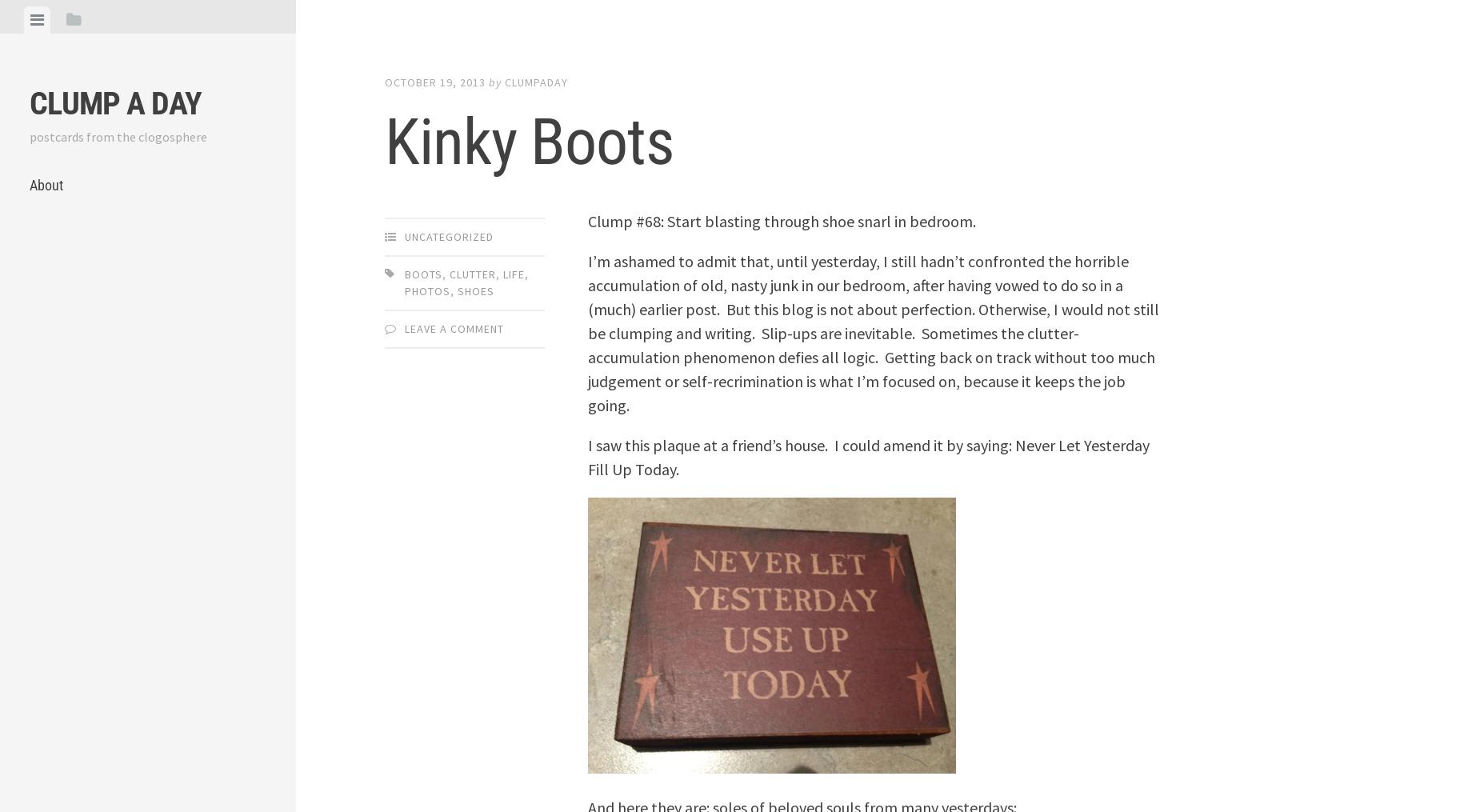 This screenshot has height=812, width=1480. I want to click on 'clumpaday', so click(505, 82).